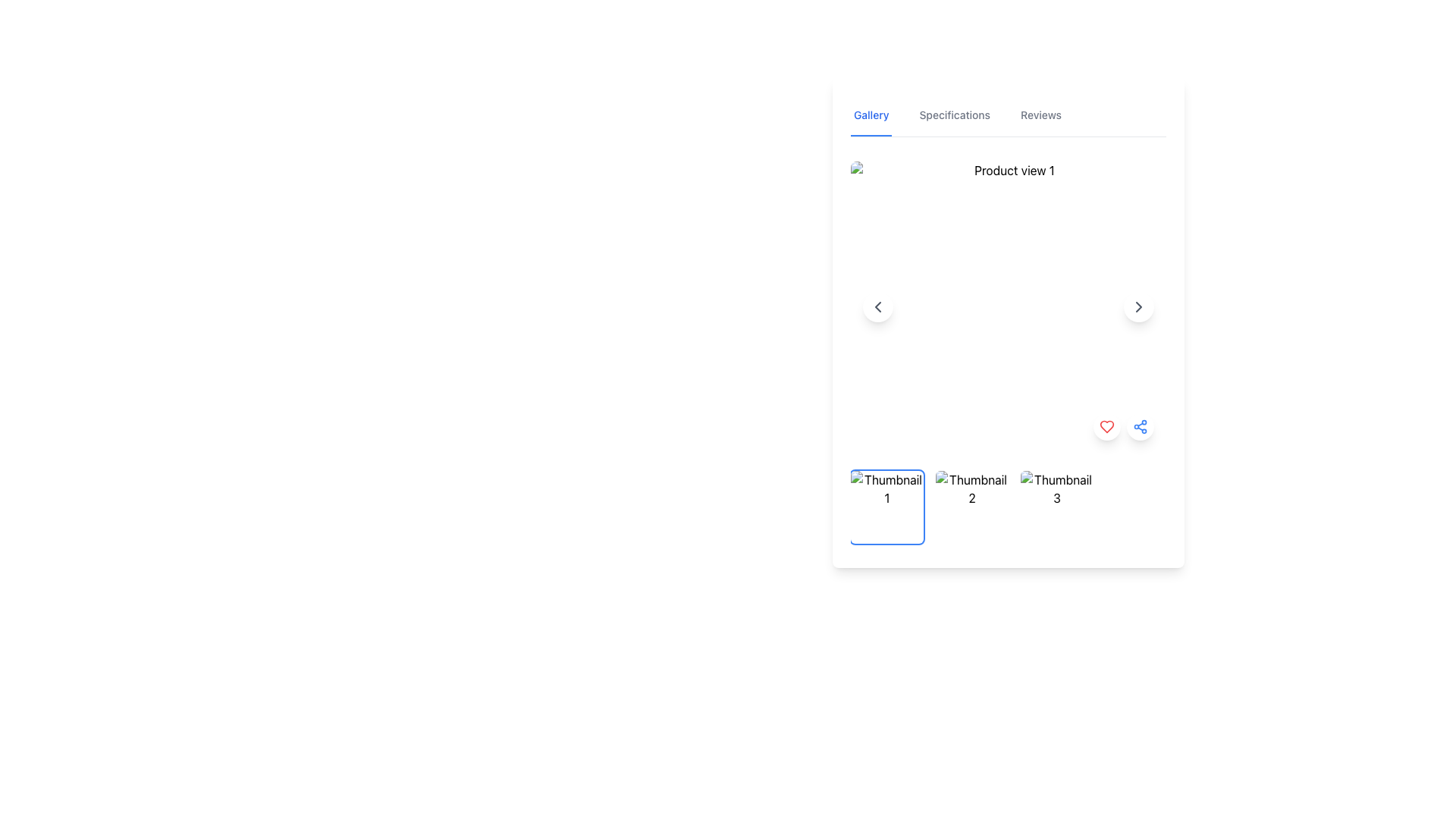 Image resolution: width=1456 pixels, height=819 pixels. Describe the element at coordinates (971, 507) in the screenshot. I see `the 'Thumbnail 2' image element, which is a 96x96 square with a greenish background and rounded corners` at that location.